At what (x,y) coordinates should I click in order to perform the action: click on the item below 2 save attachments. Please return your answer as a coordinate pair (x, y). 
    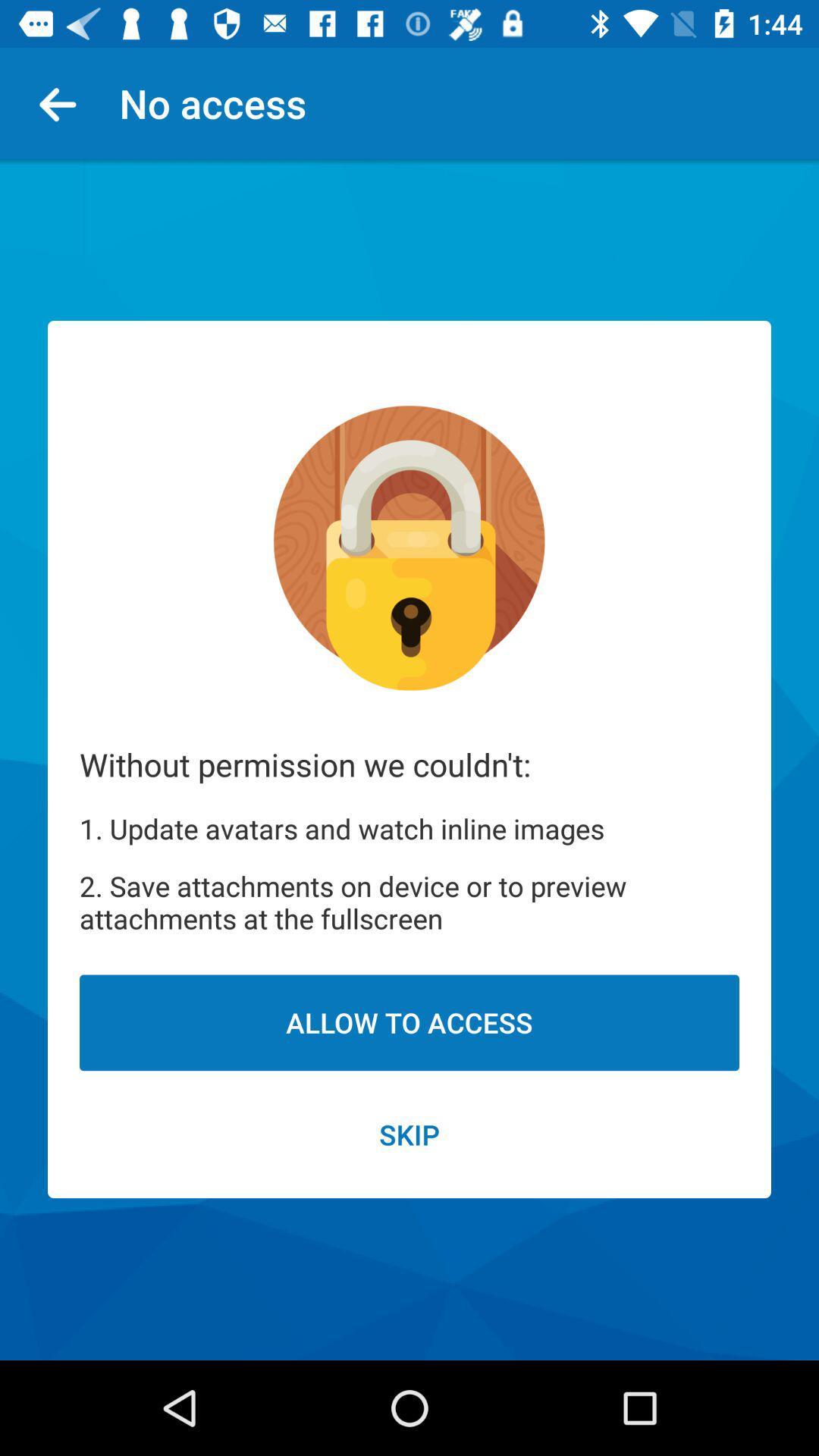
    Looking at the image, I should click on (409, 1022).